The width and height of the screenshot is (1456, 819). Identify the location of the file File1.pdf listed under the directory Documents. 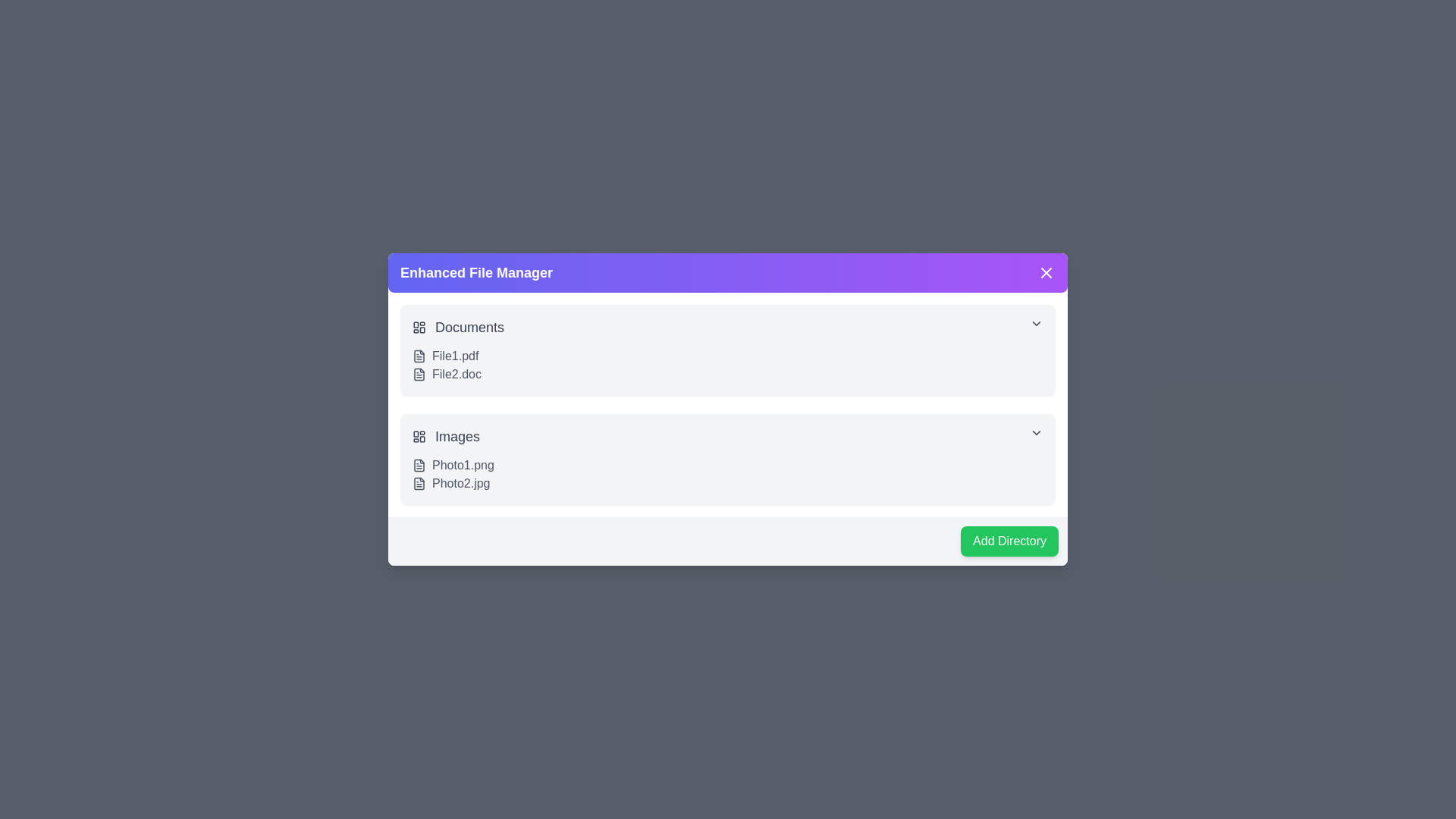
(419, 356).